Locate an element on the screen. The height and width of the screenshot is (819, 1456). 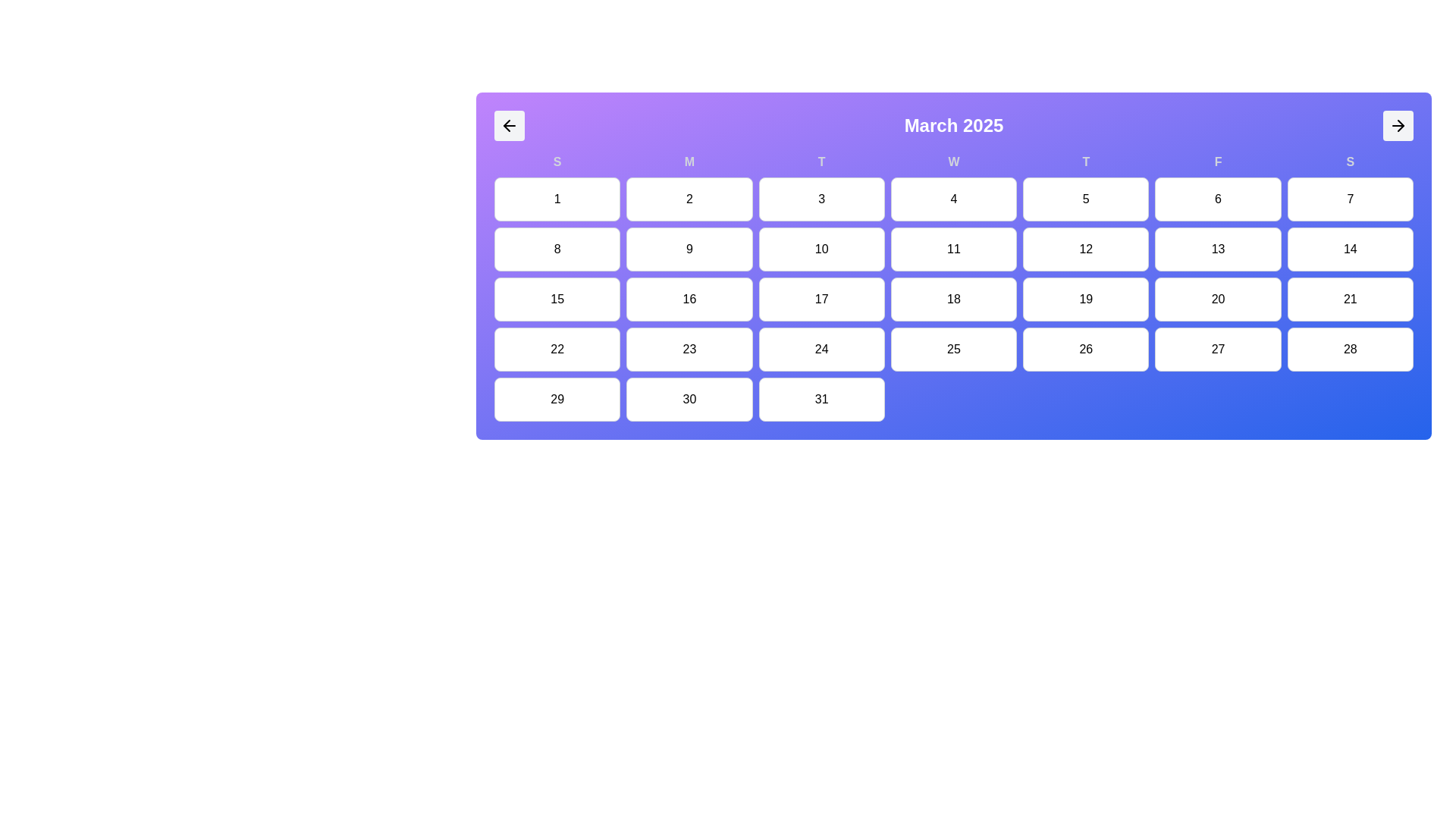
the small square button with a light gray background and a left-facing arrow icon, located at the top-left corner of the header bar is located at coordinates (510, 124).